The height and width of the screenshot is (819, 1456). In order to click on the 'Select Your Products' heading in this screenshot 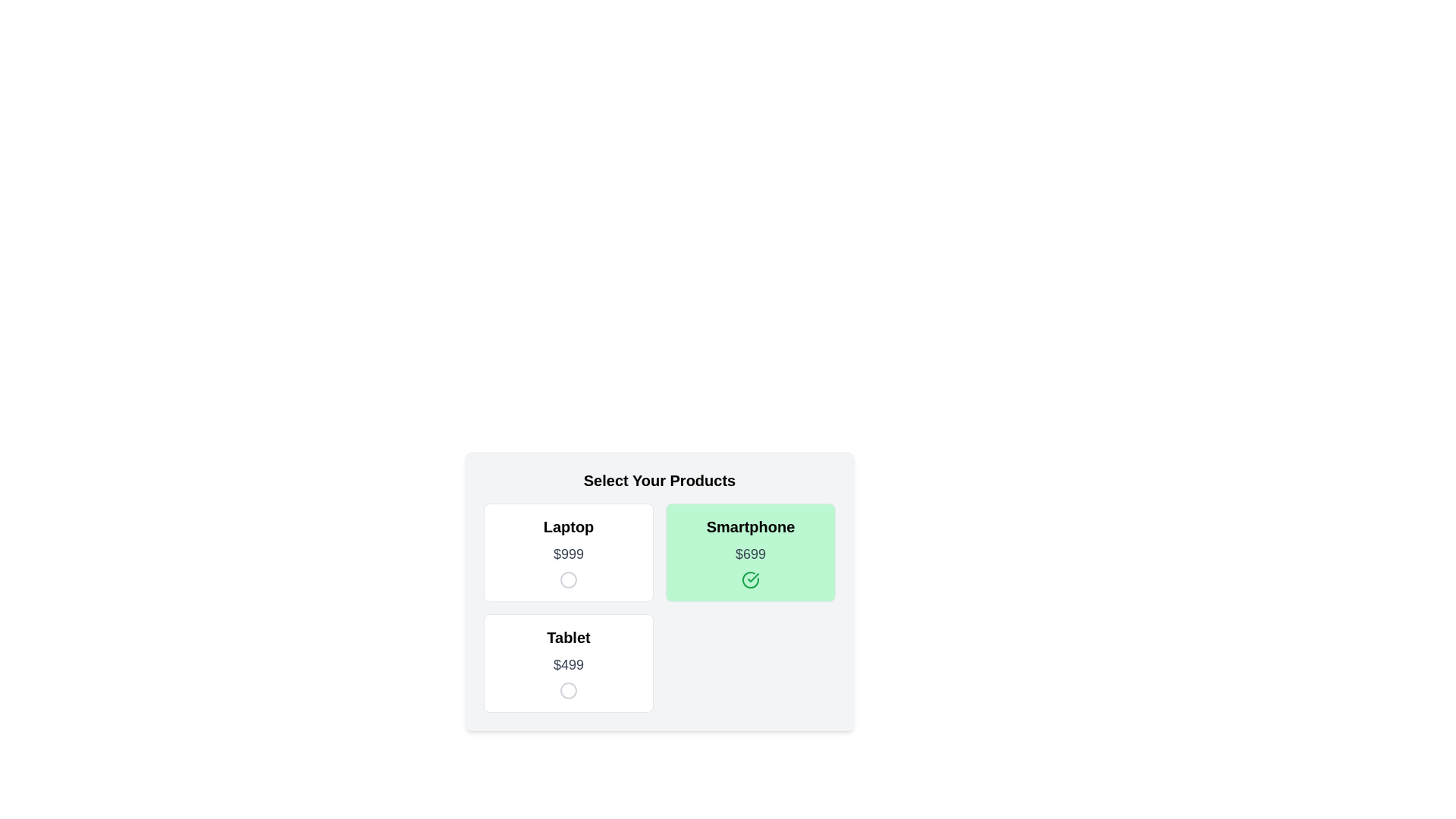, I will do `click(659, 480)`.